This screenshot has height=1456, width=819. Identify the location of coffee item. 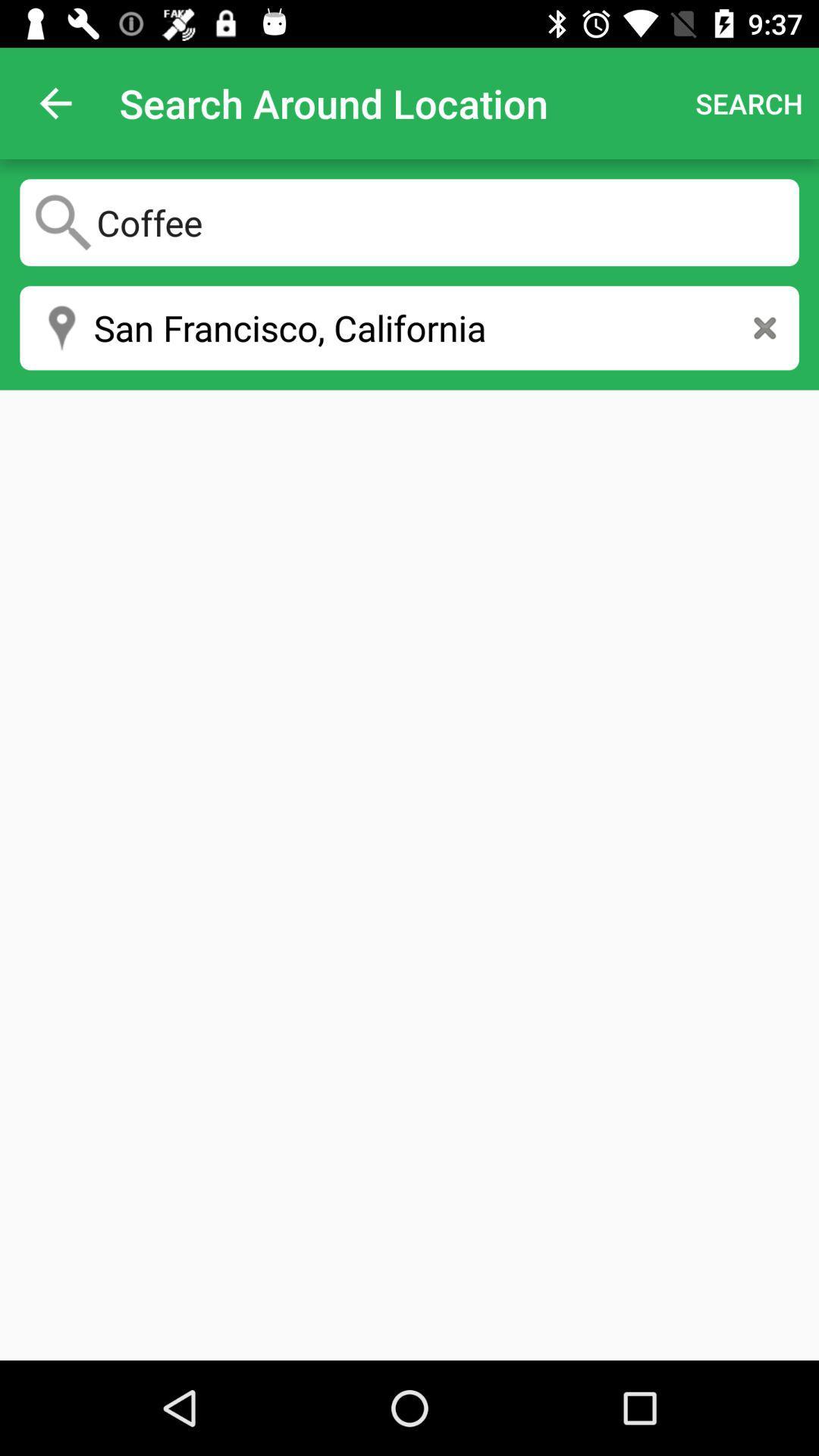
(409, 221).